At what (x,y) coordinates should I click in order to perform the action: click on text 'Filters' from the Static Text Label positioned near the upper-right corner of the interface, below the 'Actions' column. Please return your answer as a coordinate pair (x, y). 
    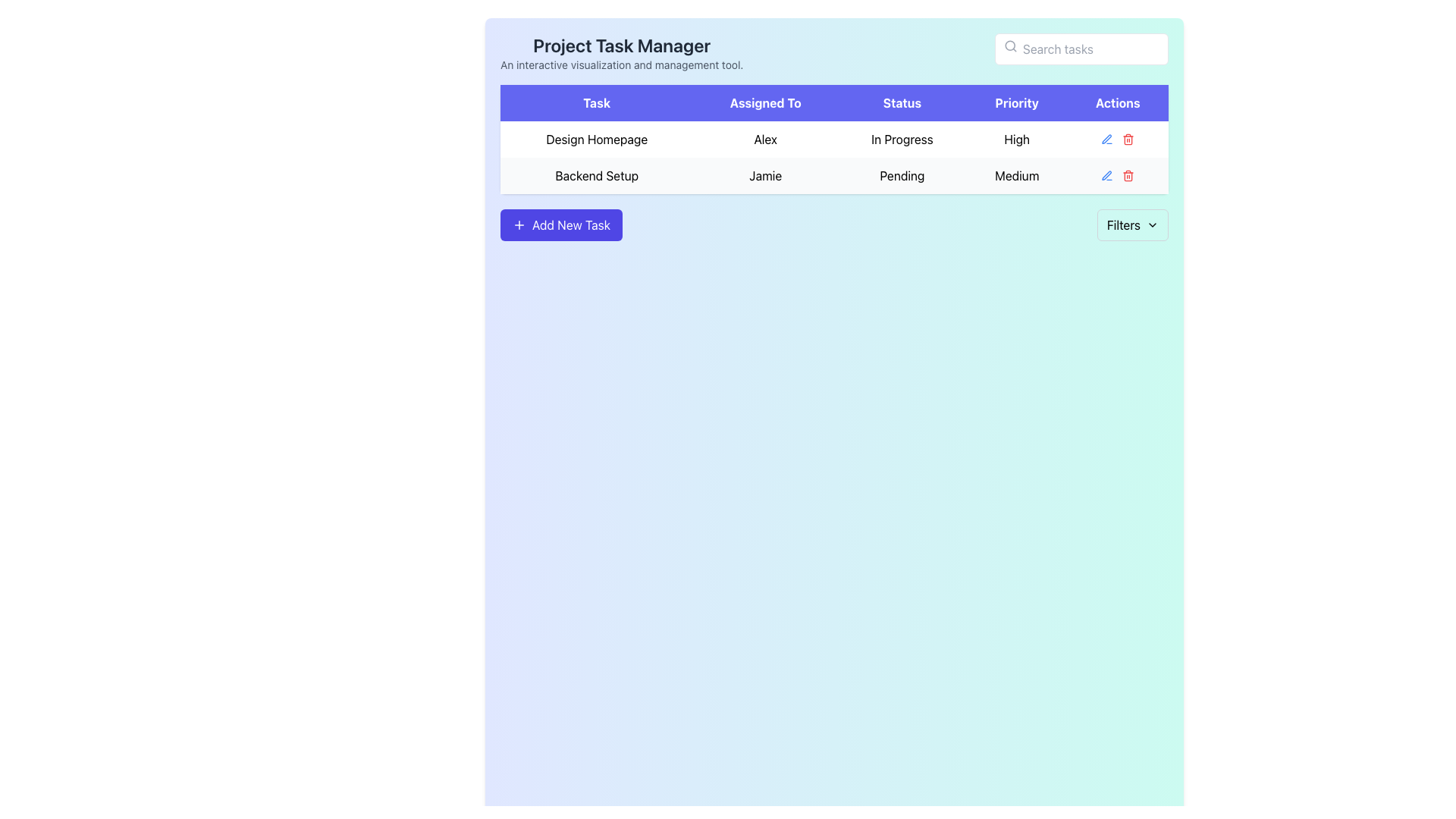
    Looking at the image, I should click on (1123, 225).